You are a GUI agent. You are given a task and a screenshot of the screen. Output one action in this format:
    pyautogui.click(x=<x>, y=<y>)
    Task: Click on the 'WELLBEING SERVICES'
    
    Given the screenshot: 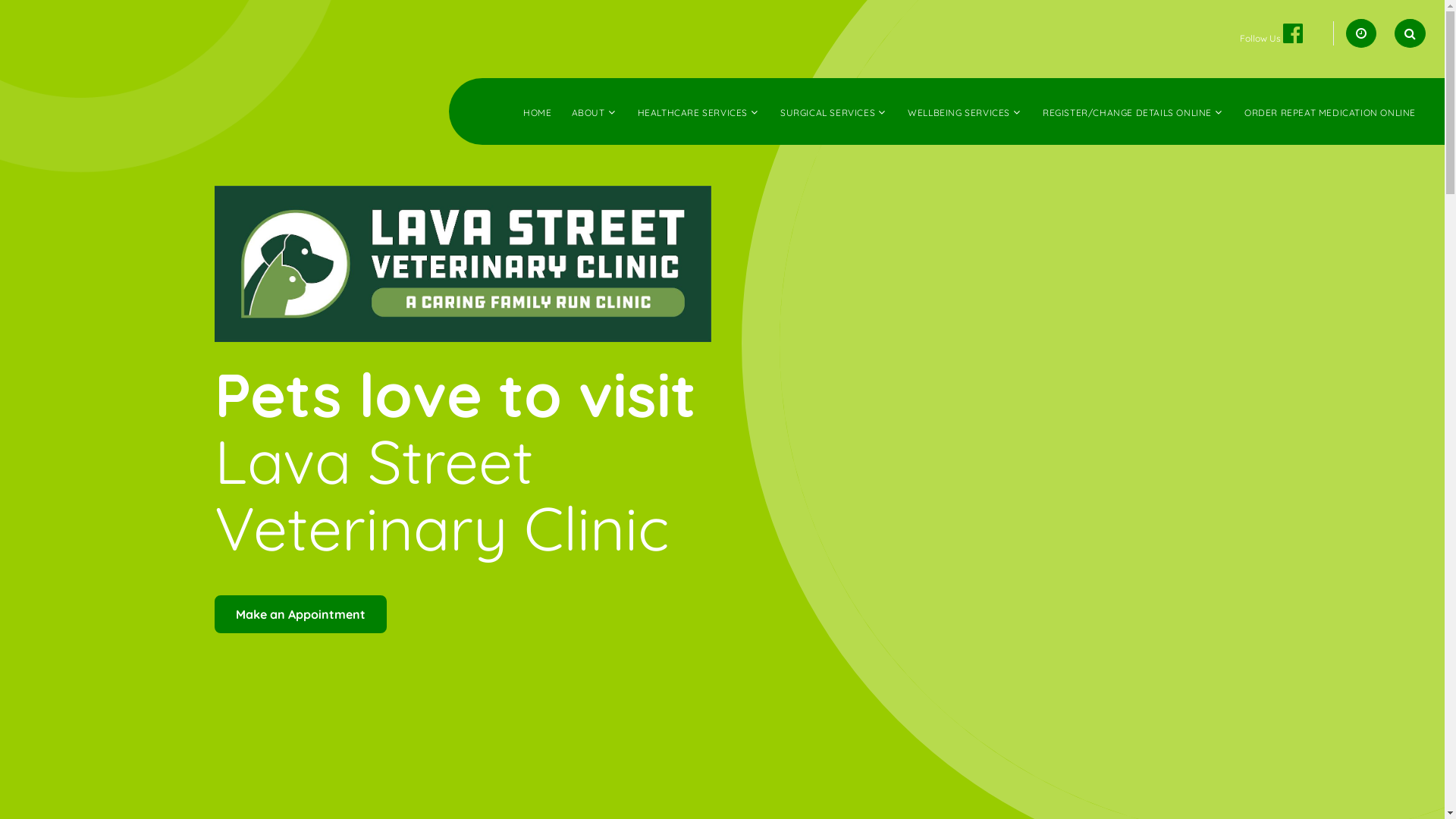 What is the action you would take?
    pyautogui.click(x=958, y=111)
    